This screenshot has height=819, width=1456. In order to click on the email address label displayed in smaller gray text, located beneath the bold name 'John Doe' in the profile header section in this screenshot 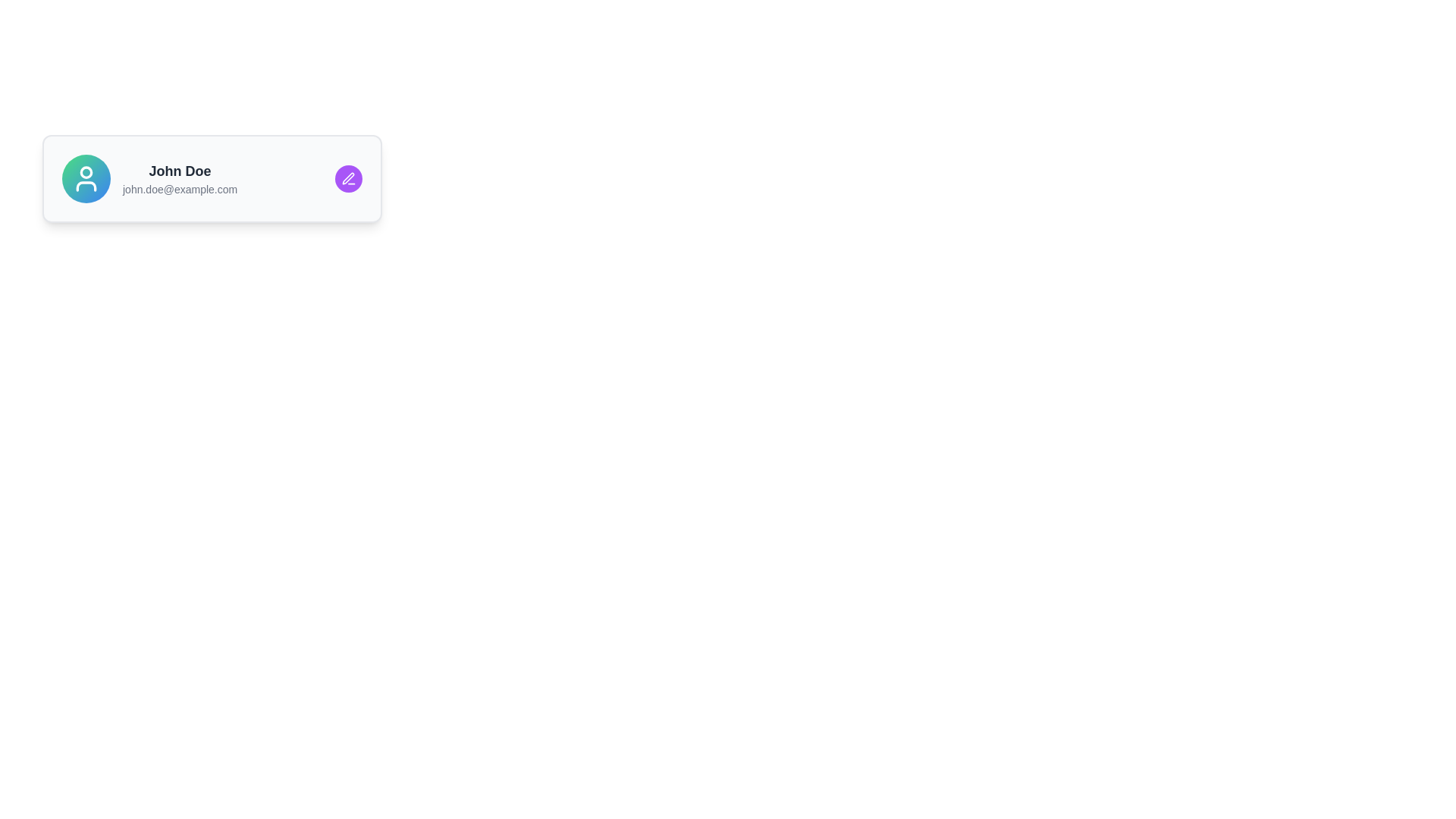, I will do `click(180, 189)`.